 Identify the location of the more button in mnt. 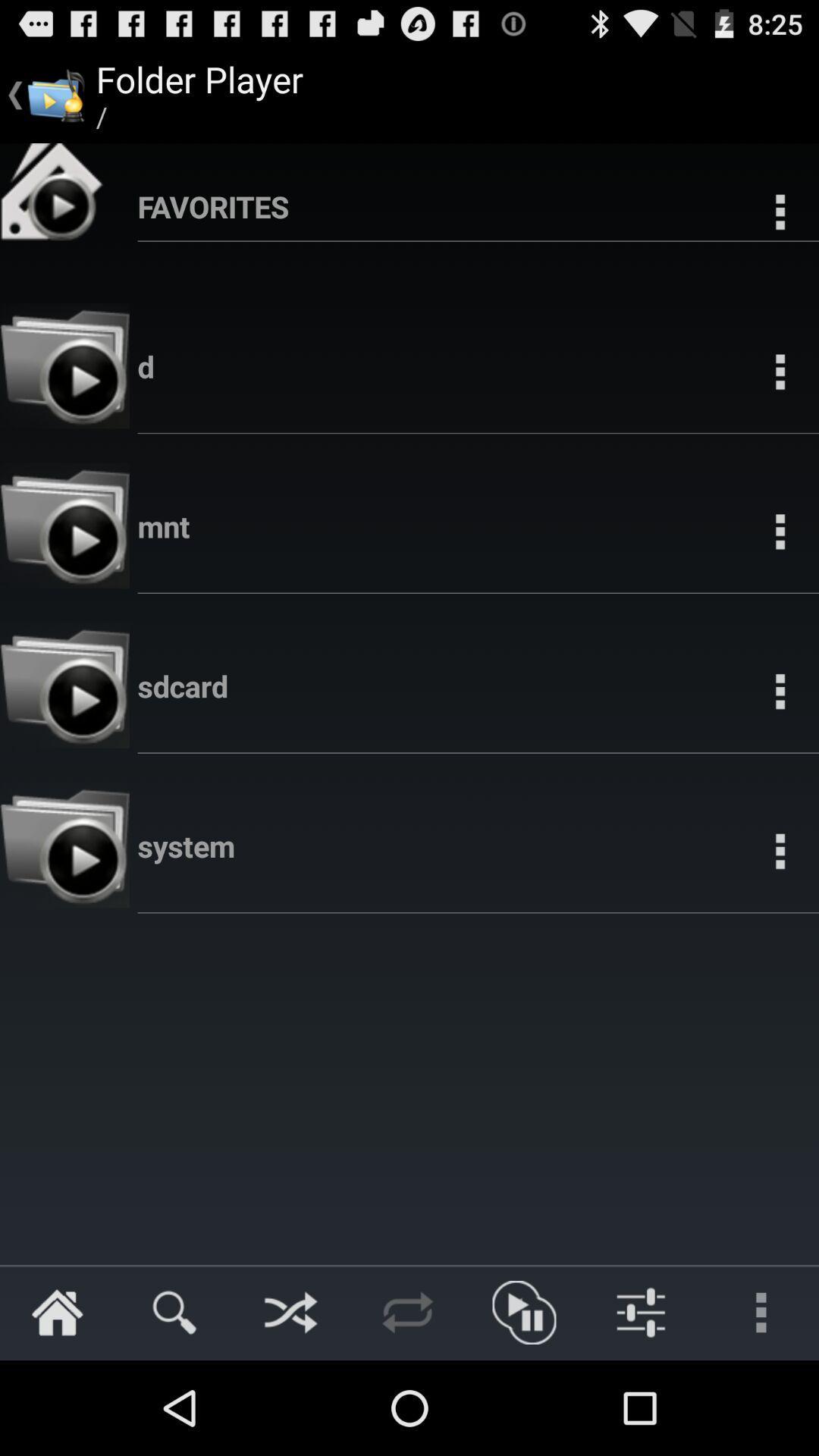
(780, 531).